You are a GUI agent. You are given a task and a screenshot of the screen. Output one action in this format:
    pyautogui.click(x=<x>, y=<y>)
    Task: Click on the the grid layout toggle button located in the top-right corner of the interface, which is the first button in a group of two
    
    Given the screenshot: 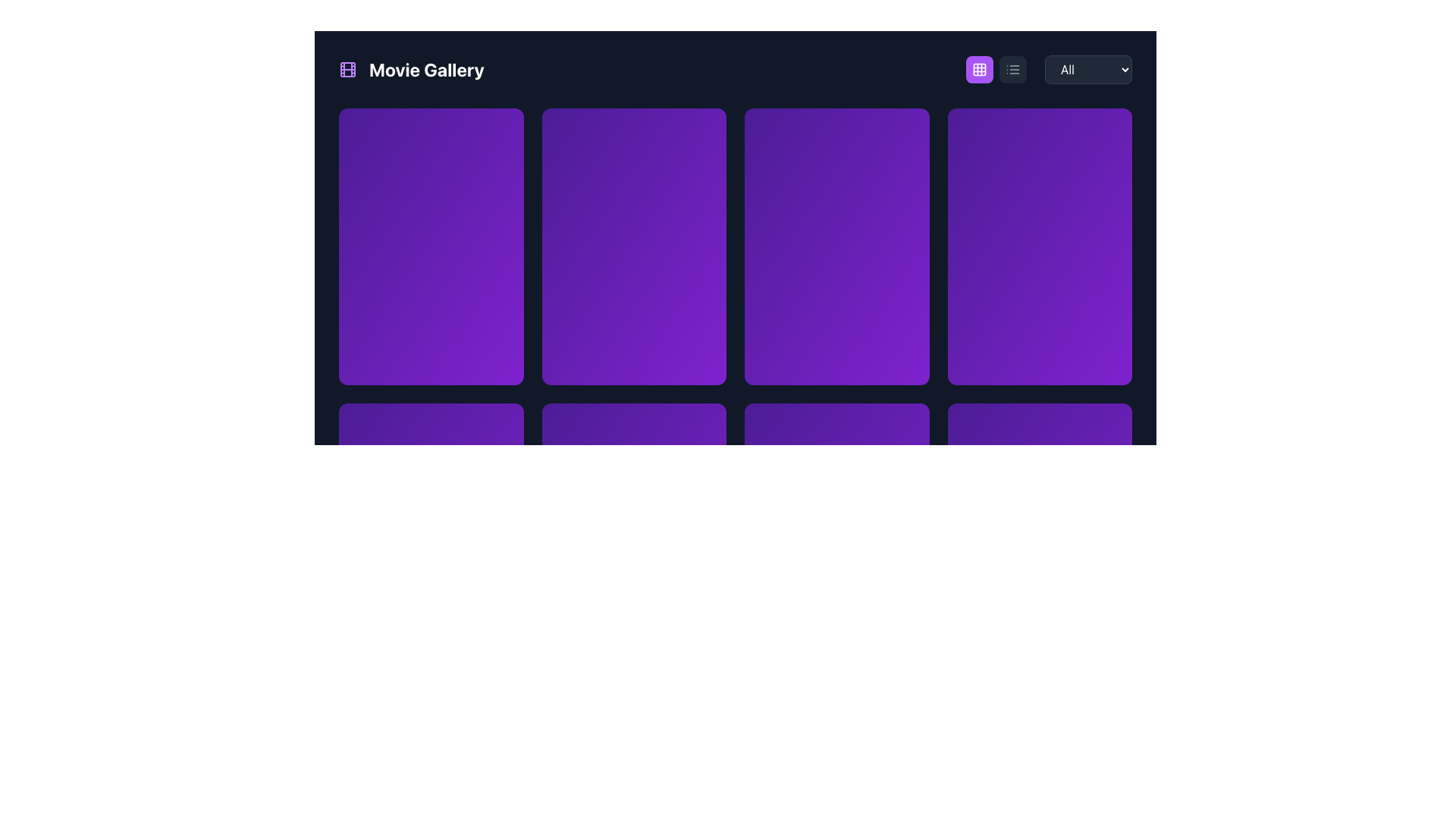 What is the action you would take?
    pyautogui.click(x=979, y=70)
    